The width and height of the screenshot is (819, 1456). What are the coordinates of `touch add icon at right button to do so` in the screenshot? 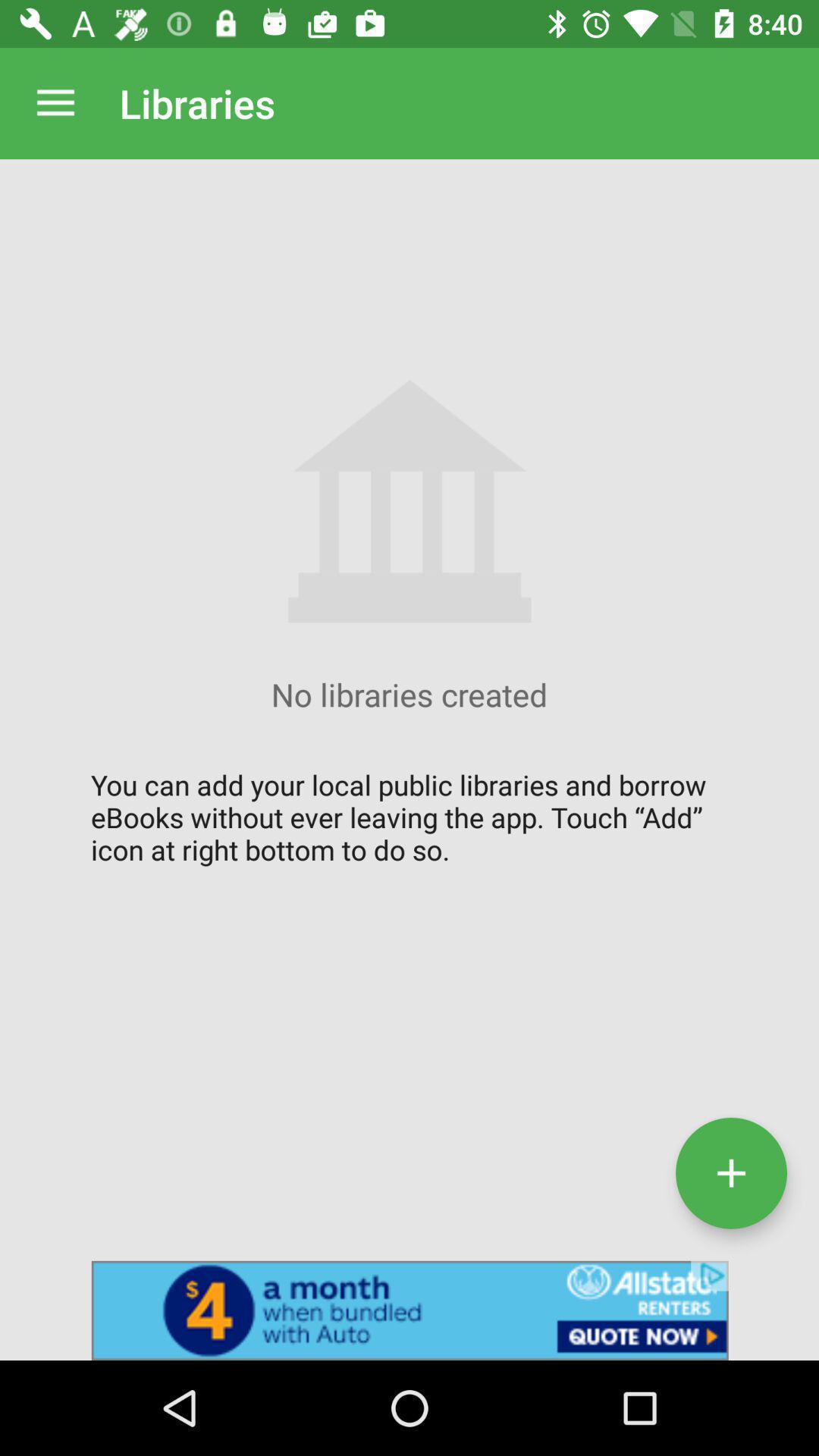 It's located at (730, 1172).